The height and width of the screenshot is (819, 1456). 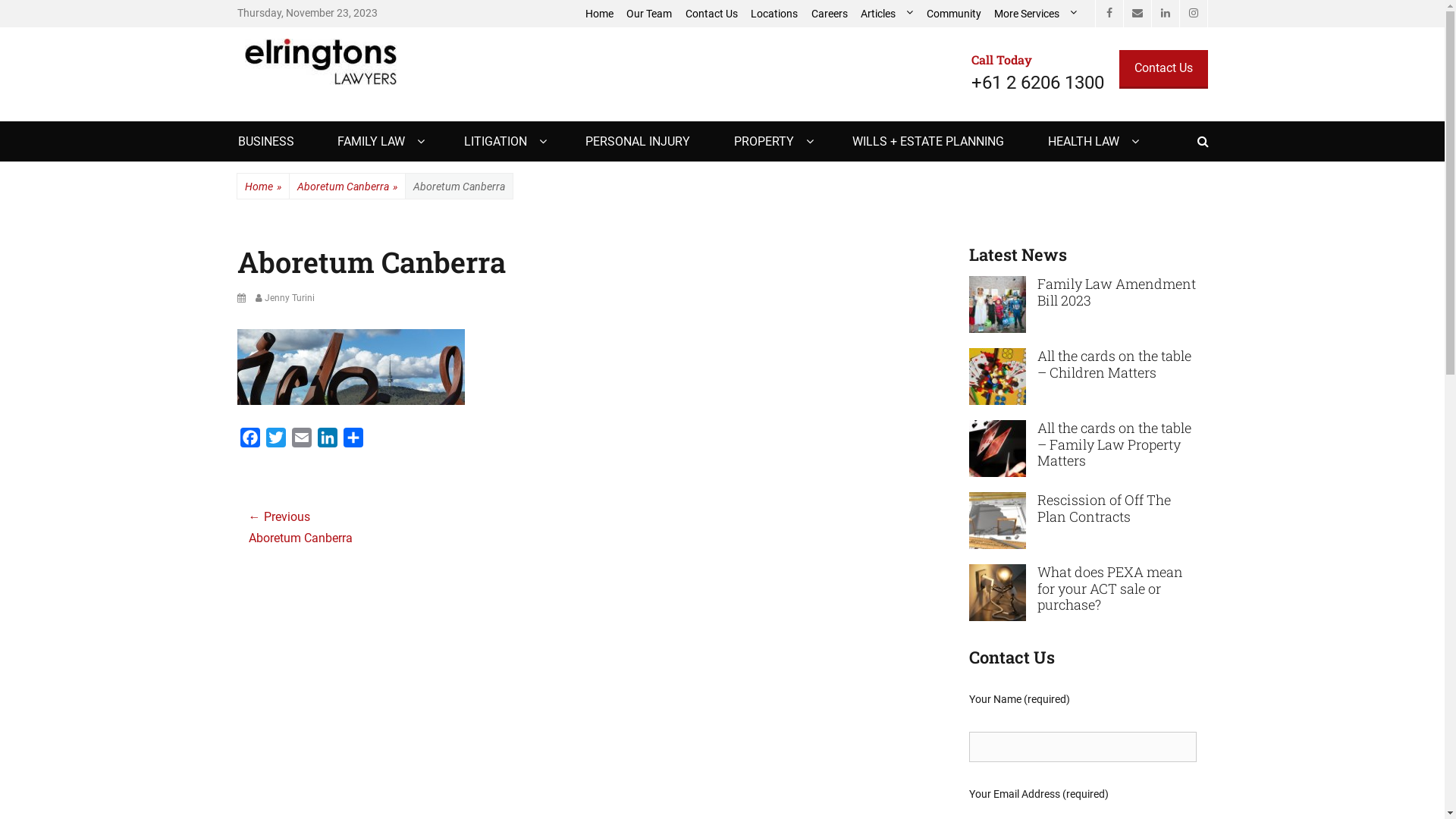 I want to click on 'More Services', so click(x=987, y=14).